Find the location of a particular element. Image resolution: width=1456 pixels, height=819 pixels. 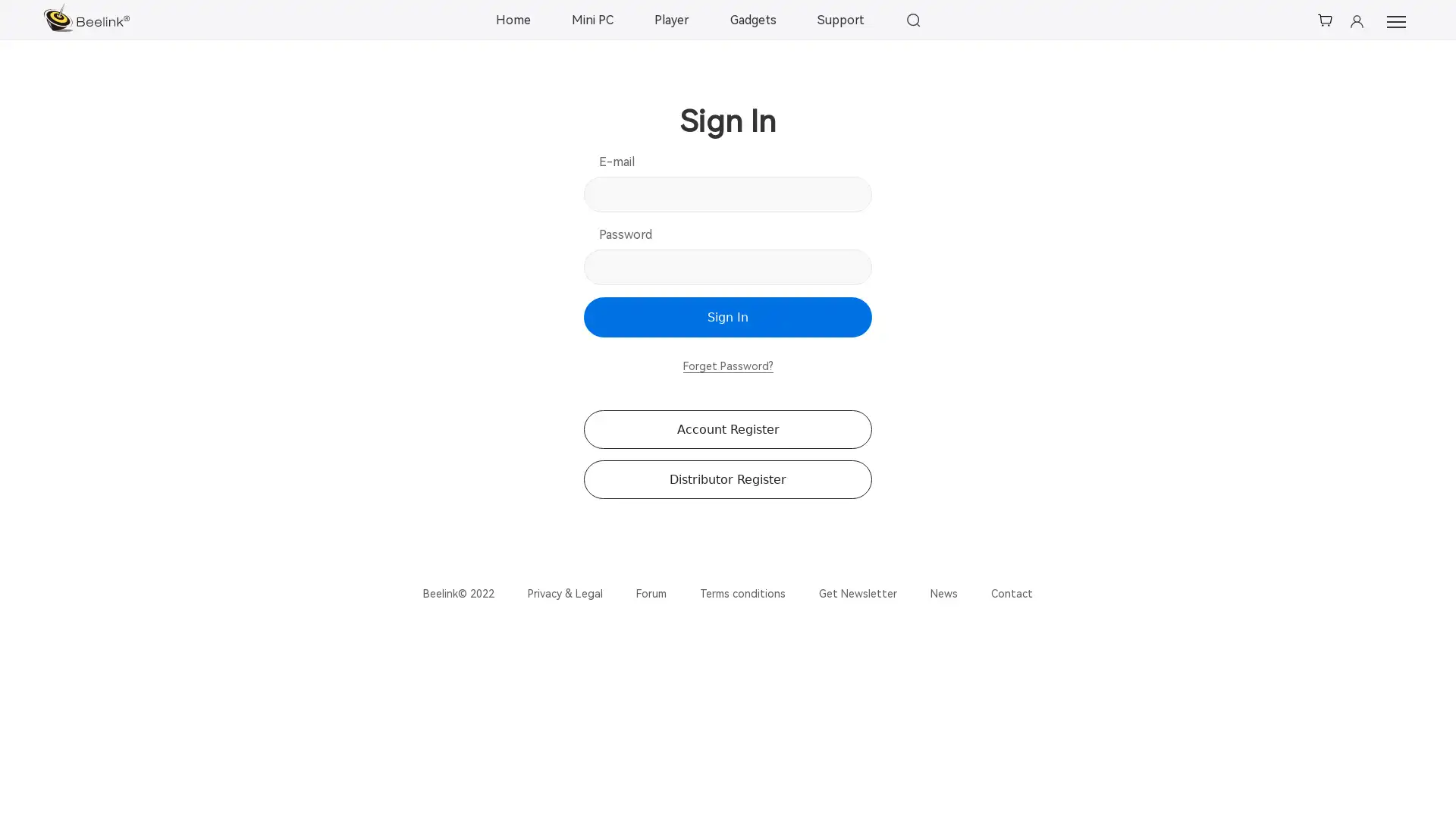

Distributor Register is located at coordinates (728, 479).